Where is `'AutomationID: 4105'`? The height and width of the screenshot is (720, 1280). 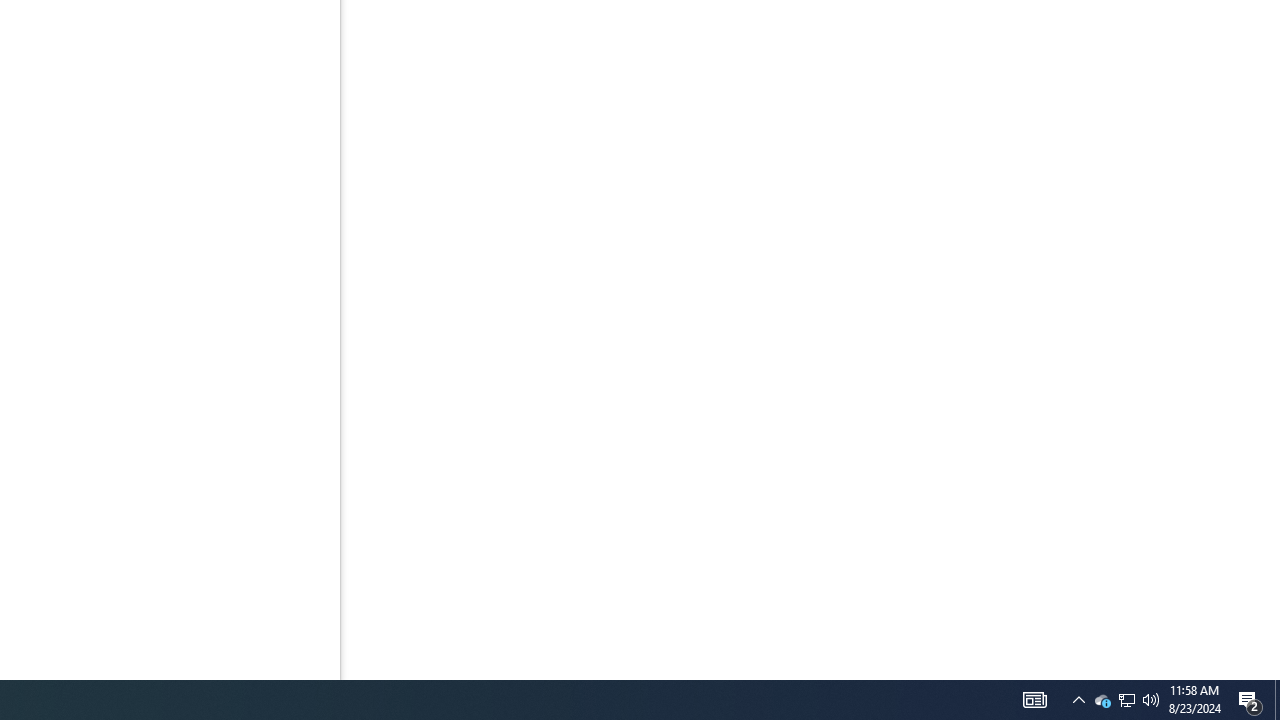 'AutomationID: 4105' is located at coordinates (1034, 698).